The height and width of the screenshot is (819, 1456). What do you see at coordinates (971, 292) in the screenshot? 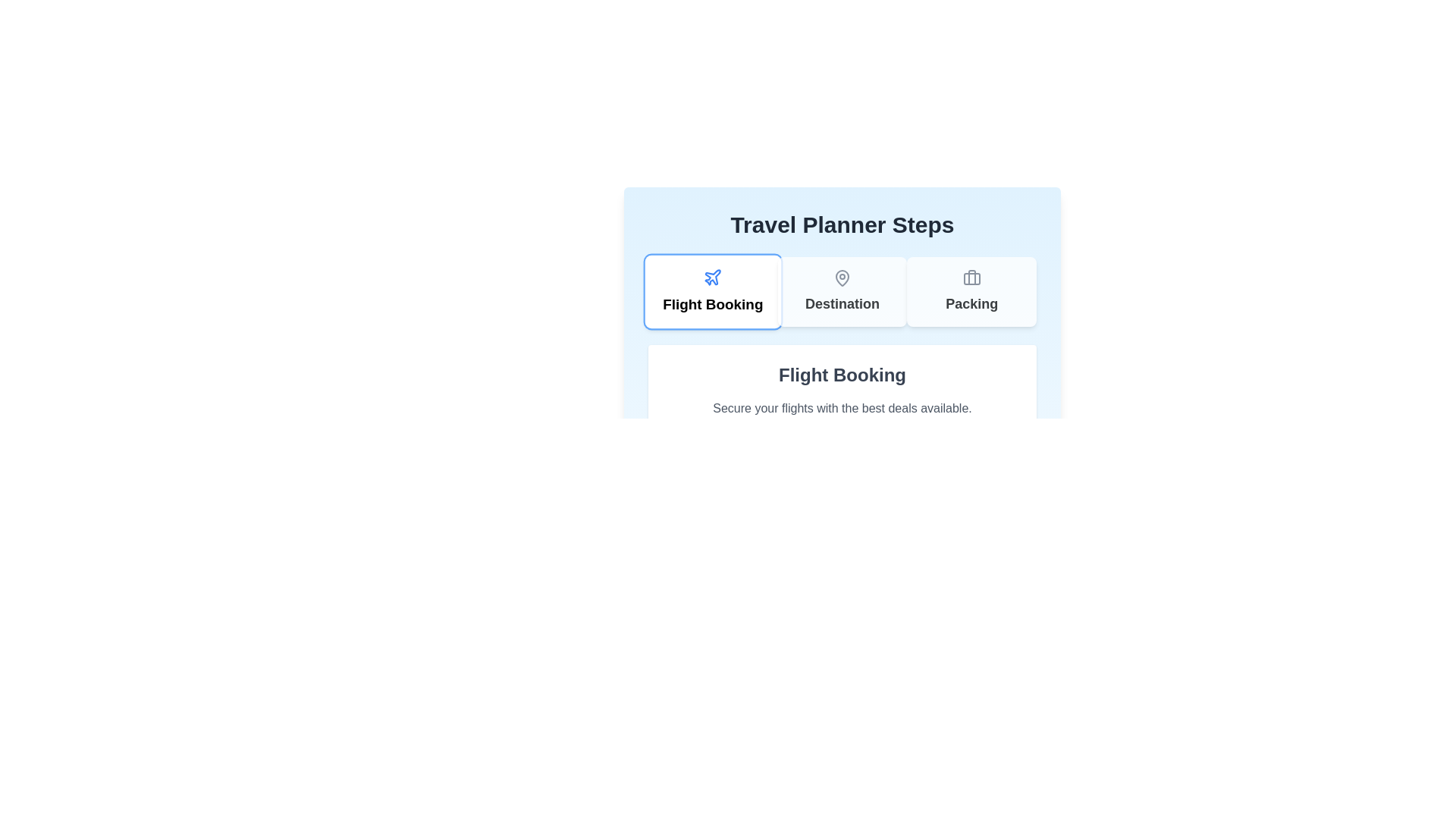
I see `the card-style informational panel displaying a suitcase icon and the text 'Packing', located in the top-right section of the 'Travel Planner Steps'` at bounding box center [971, 292].